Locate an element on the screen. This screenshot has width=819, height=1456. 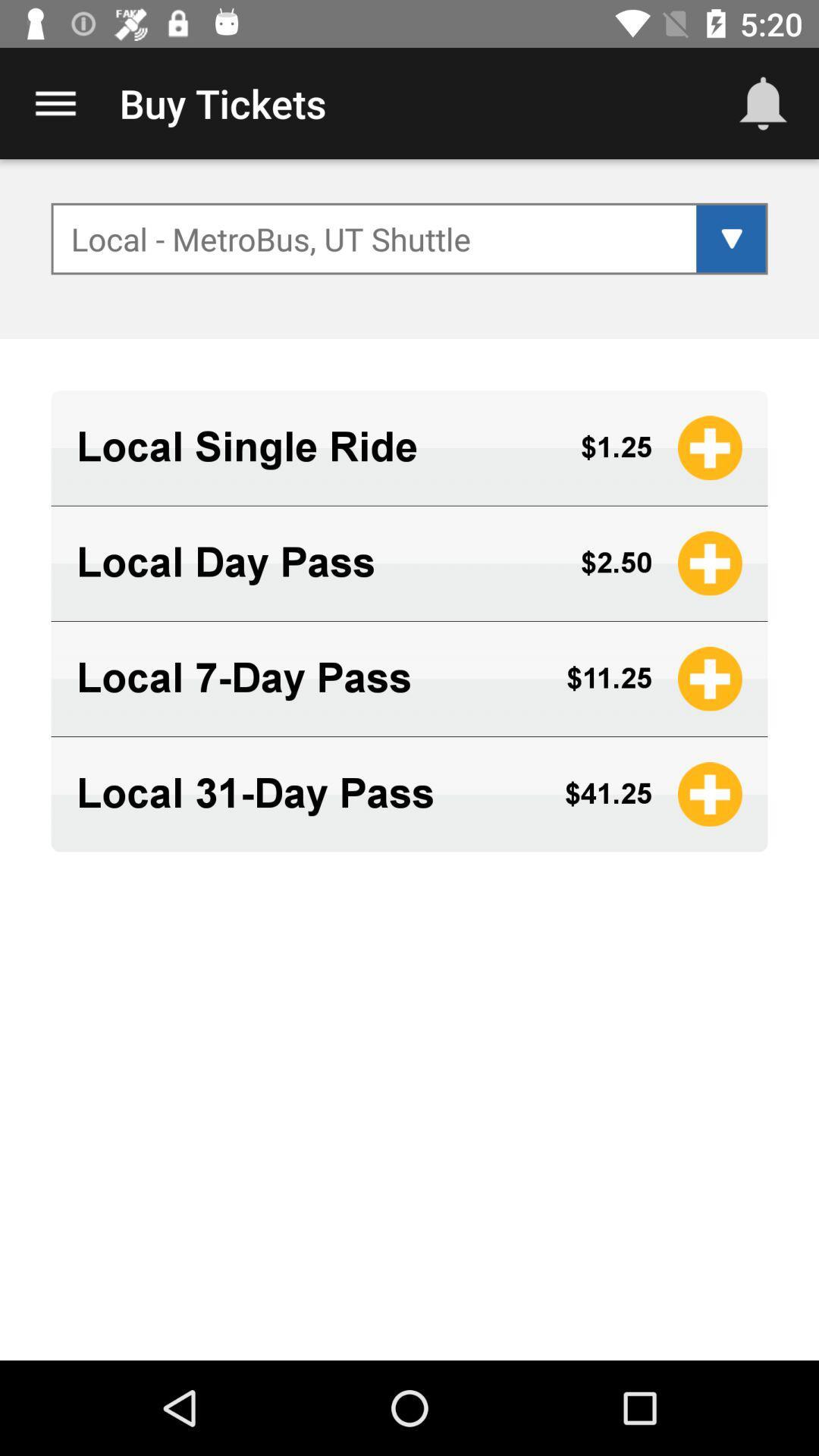
icon to the right of local day pass is located at coordinates (617, 563).